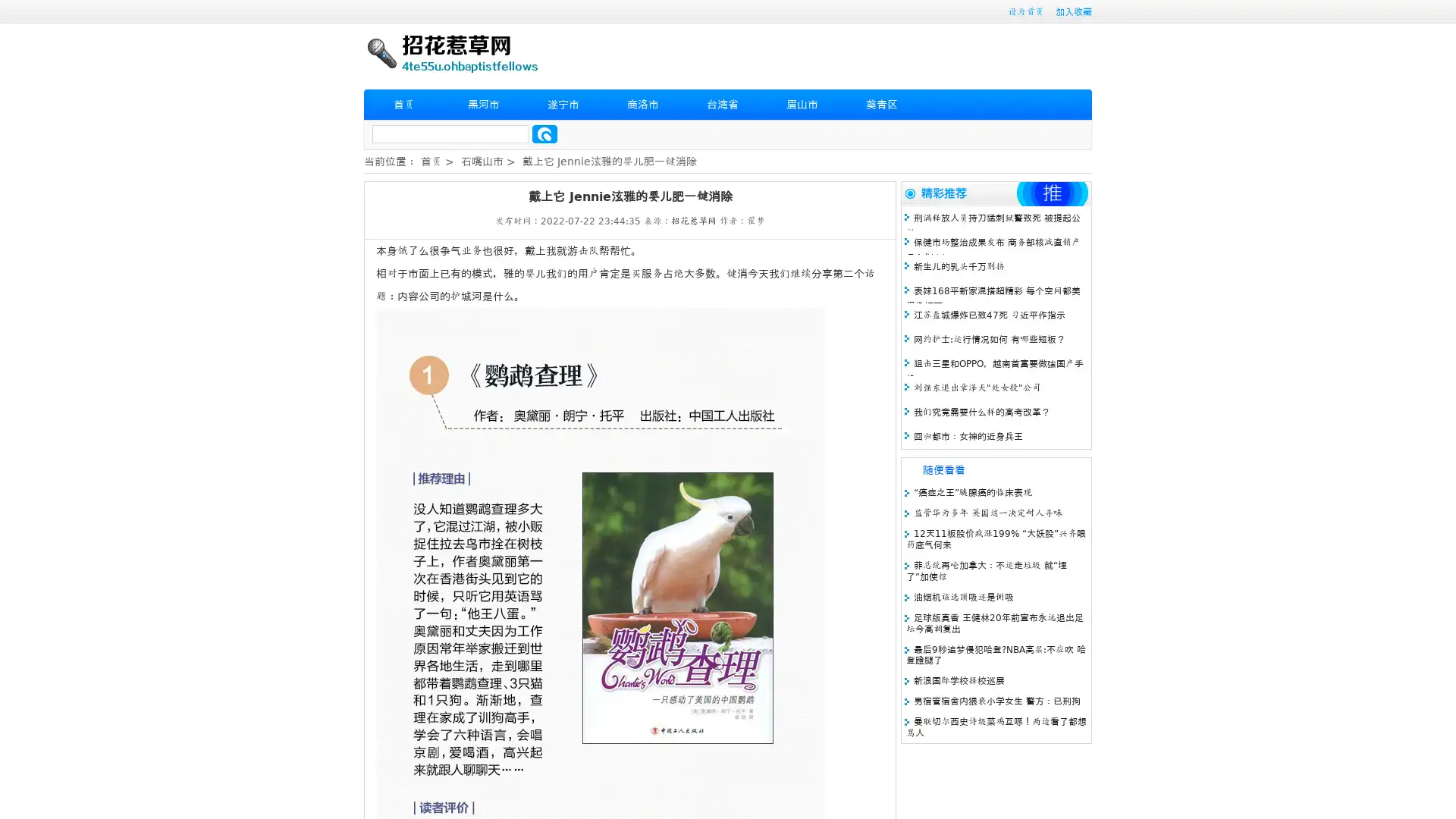 The image size is (1456, 819). What do you see at coordinates (544, 133) in the screenshot?
I see `Search` at bounding box center [544, 133].